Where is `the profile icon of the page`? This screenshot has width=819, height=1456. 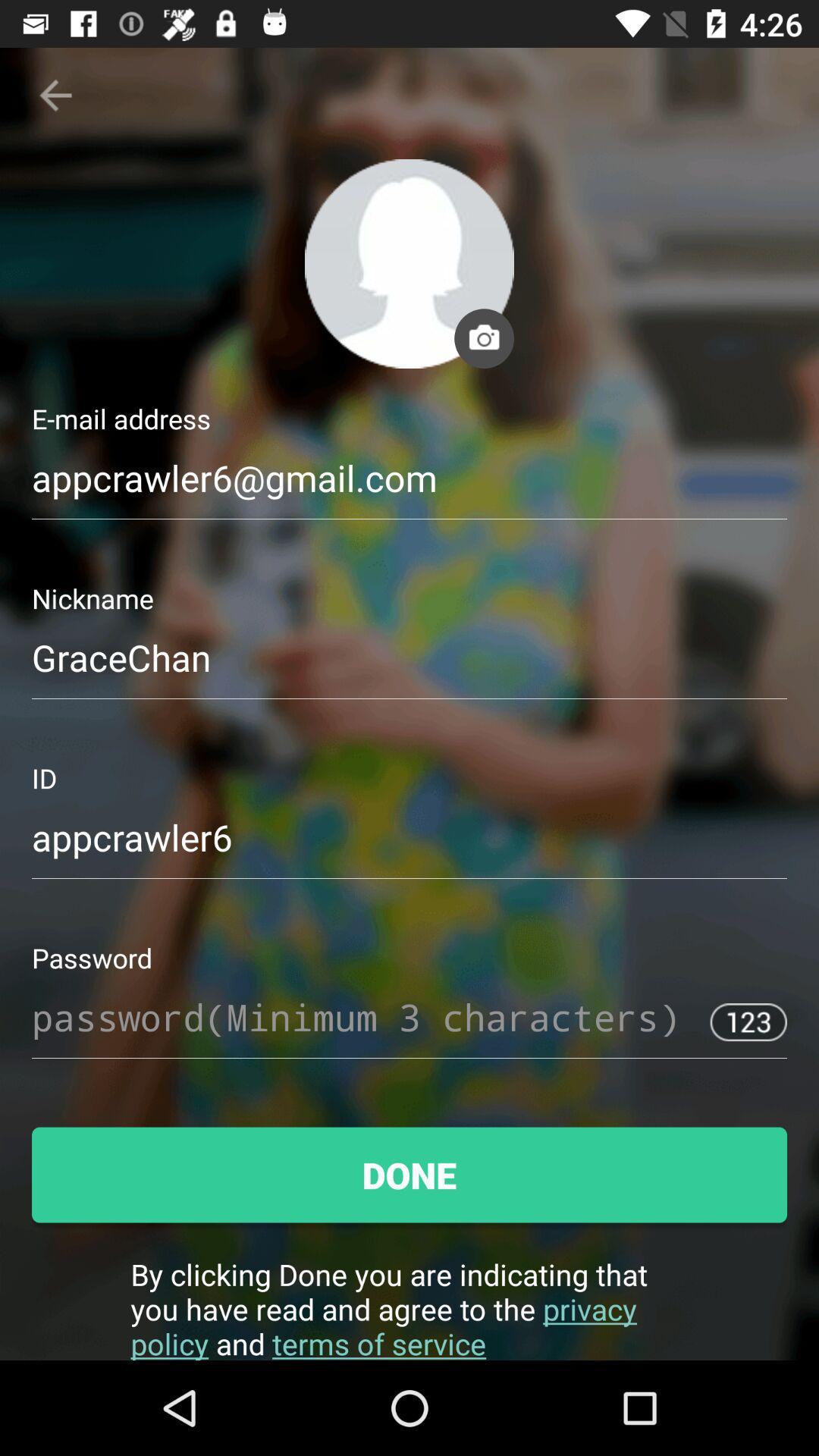
the profile icon of the page is located at coordinates (409, 264).